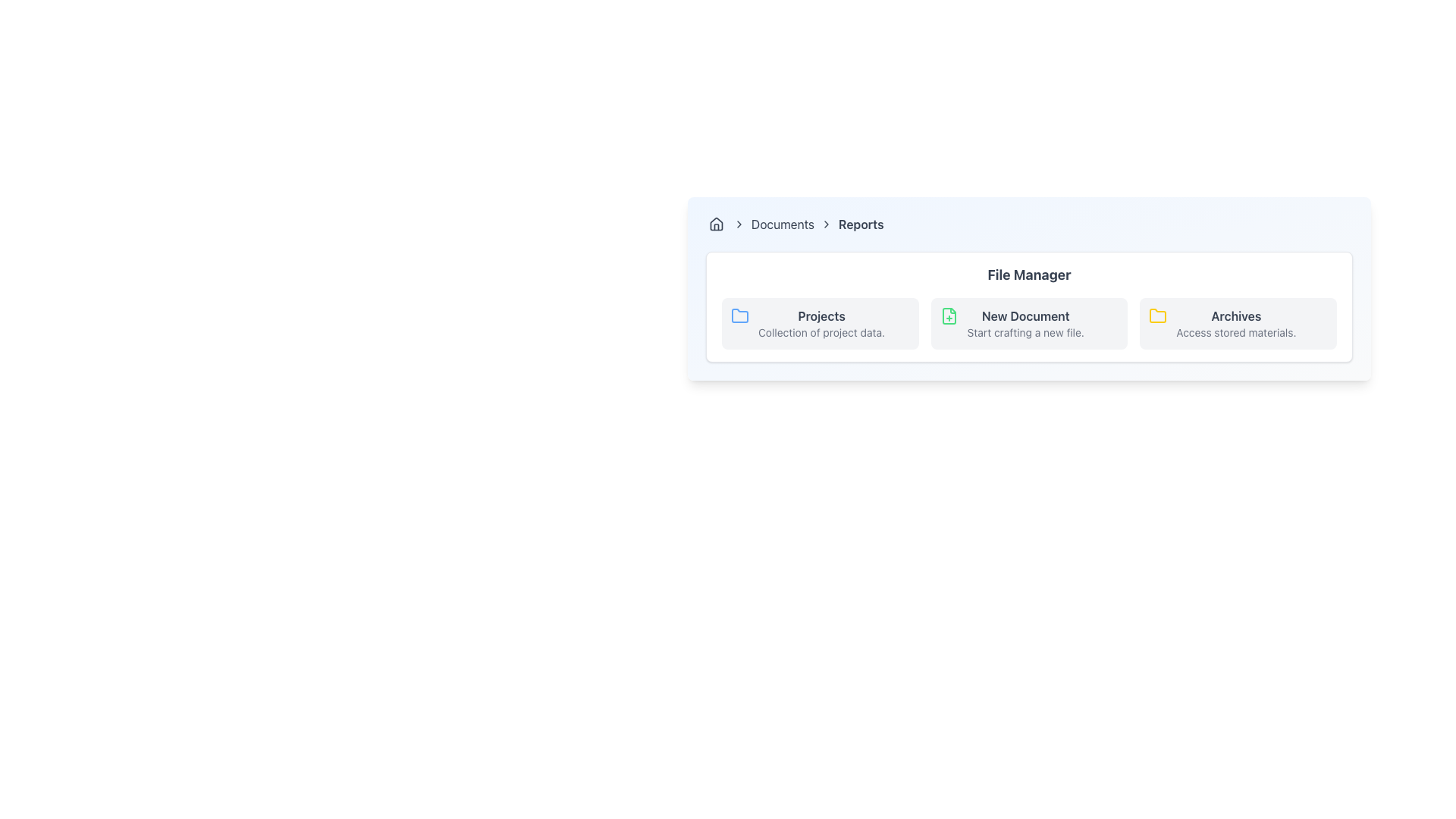 The width and height of the screenshot is (1456, 819). I want to click on the house icon located in the breadcrumb navigation bar, which is the first icon to the left of the text 'Documents', so click(716, 224).